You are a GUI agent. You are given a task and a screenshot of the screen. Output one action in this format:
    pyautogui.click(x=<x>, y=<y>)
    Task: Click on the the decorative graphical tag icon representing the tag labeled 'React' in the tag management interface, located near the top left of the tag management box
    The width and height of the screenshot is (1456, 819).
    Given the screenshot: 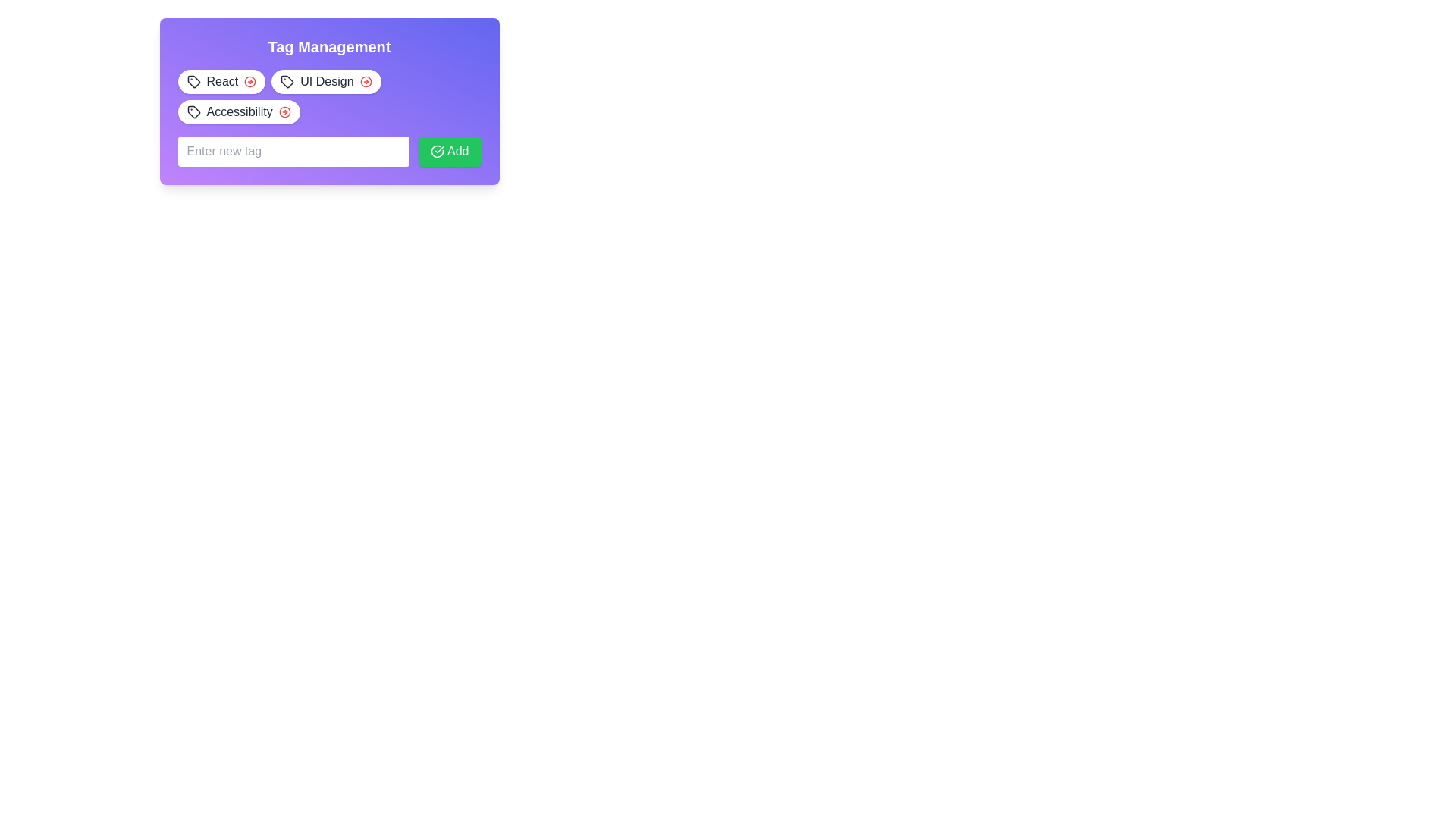 What is the action you would take?
    pyautogui.click(x=193, y=82)
    